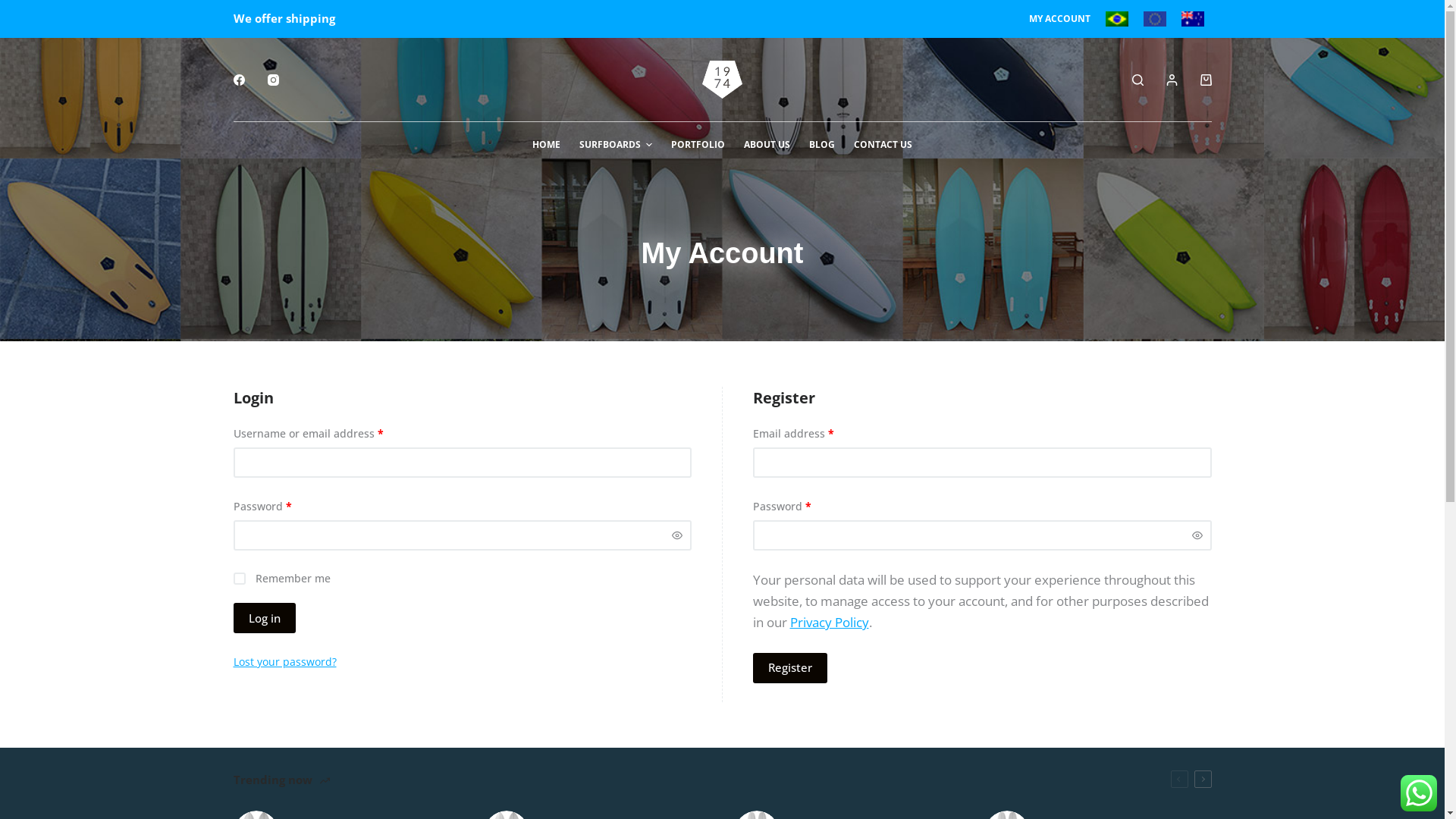 The height and width of the screenshot is (819, 1456). What do you see at coordinates (265, 617) in the screenshot?
I see `'Log in'` at bounding box center [265, 617].